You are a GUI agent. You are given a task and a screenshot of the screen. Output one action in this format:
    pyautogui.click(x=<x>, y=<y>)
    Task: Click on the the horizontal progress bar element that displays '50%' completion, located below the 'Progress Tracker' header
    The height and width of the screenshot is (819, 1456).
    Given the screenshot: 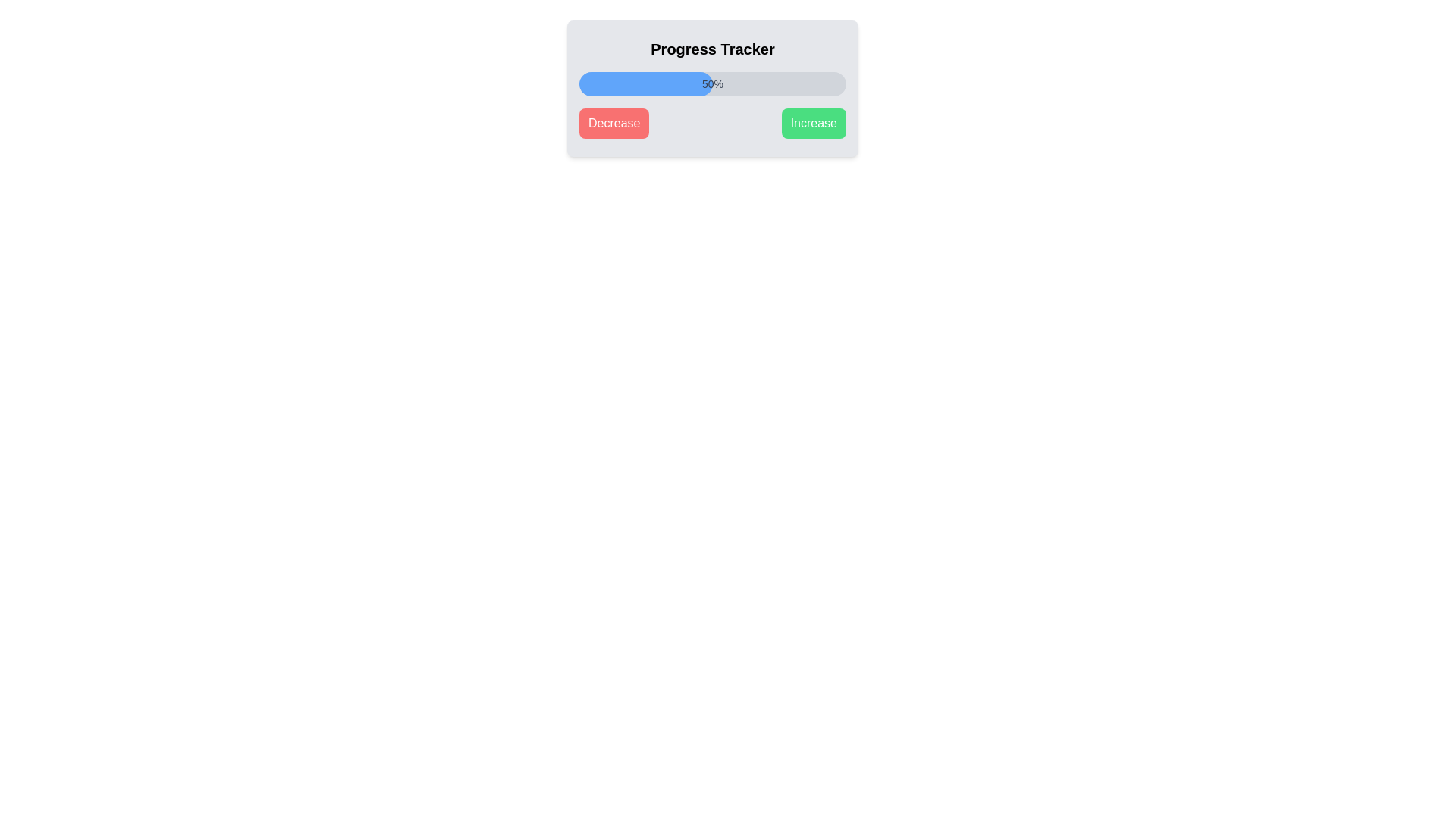 What is the action you would take?
    pyautogui.click(x=712, y=84)
    